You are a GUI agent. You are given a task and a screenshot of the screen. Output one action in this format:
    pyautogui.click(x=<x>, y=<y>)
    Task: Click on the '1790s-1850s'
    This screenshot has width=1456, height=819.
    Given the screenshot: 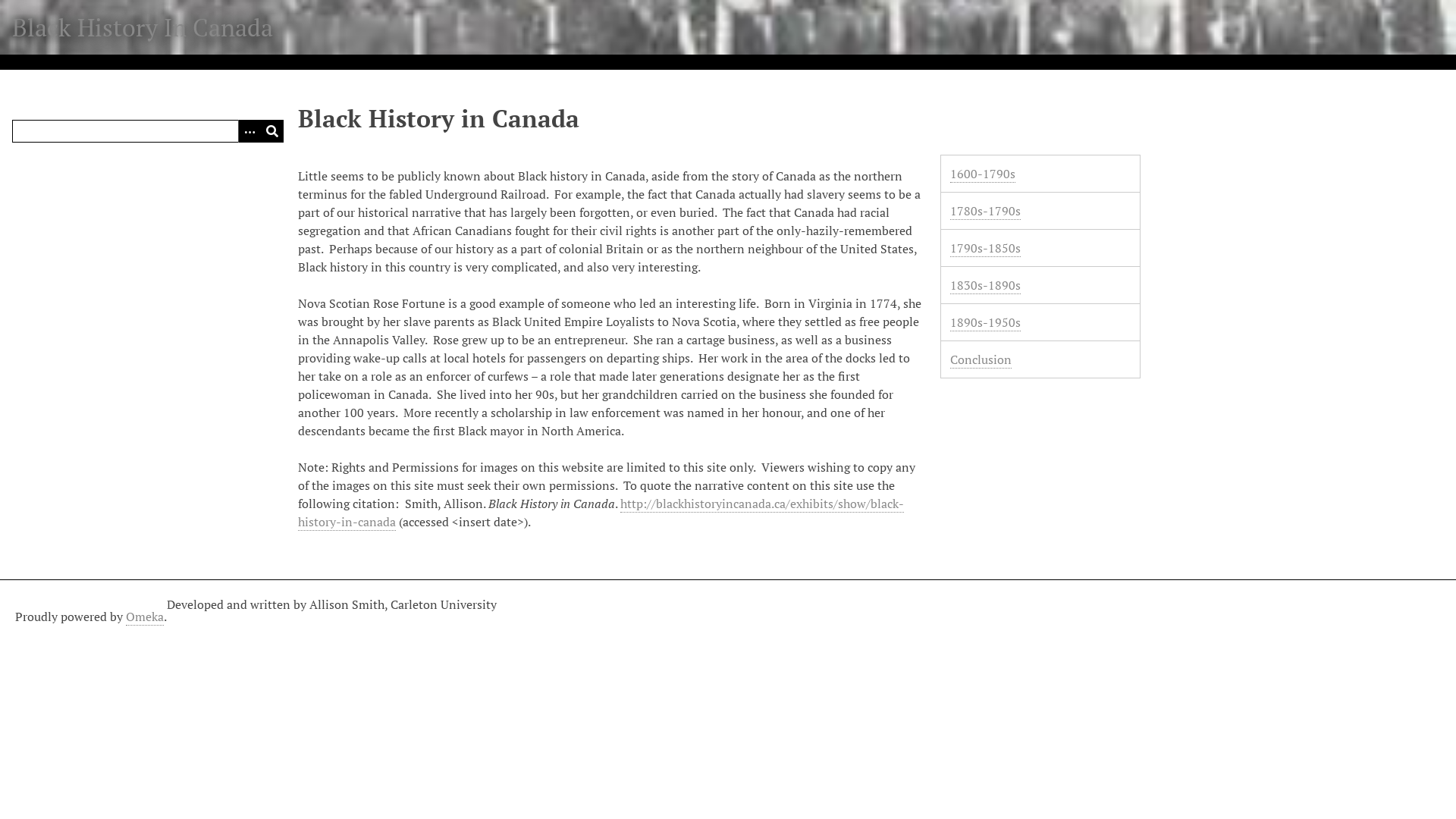 What is the action you would take?
    pyautogui.click(x=985, y=247)
    